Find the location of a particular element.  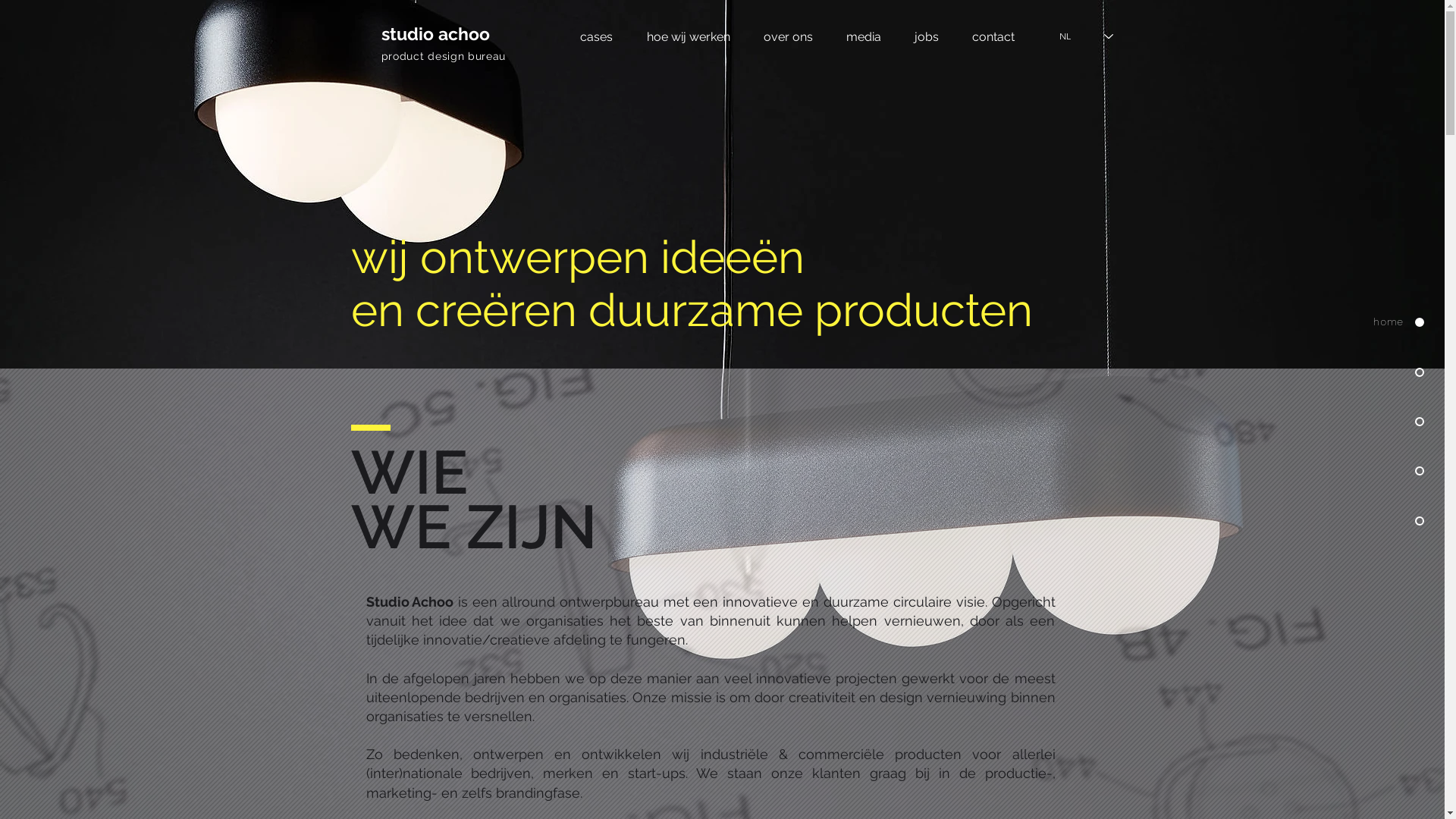

'home' is located at coordinates (1326, 322).